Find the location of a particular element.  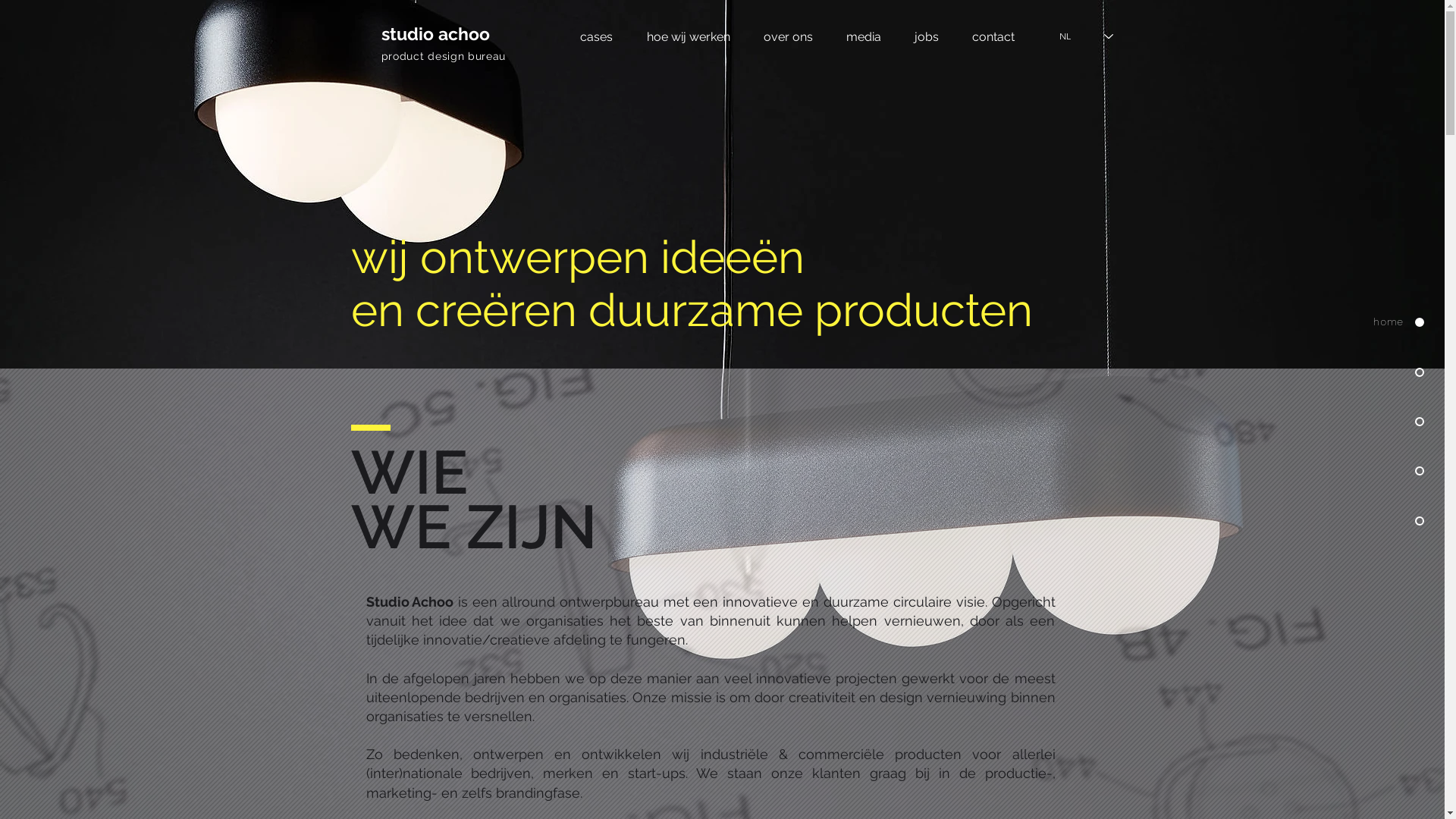

'home' is located at coordinates (1326, 322).